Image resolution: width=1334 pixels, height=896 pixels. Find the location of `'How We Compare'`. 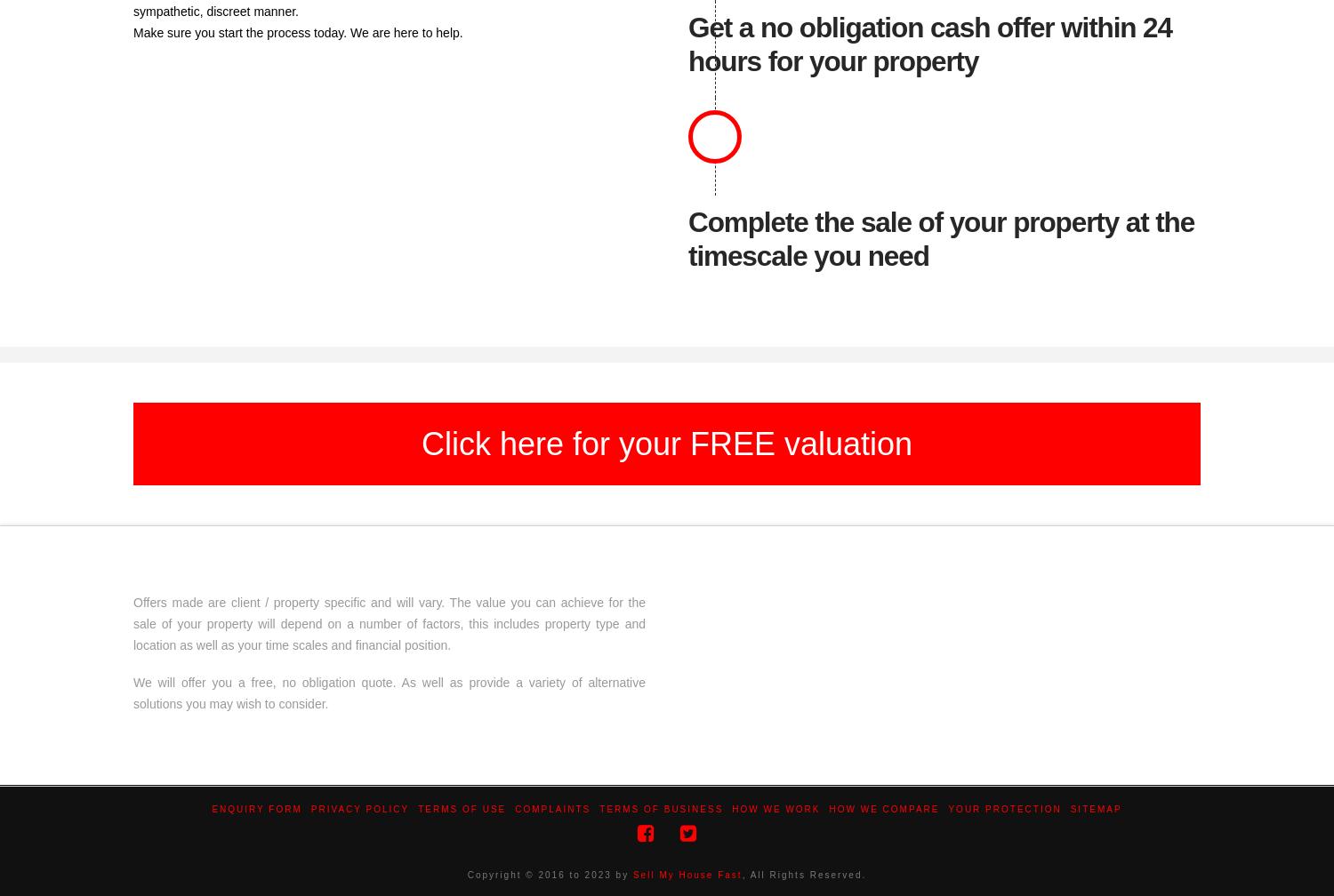

'How We Compare' is located at coordinates (883, 809).